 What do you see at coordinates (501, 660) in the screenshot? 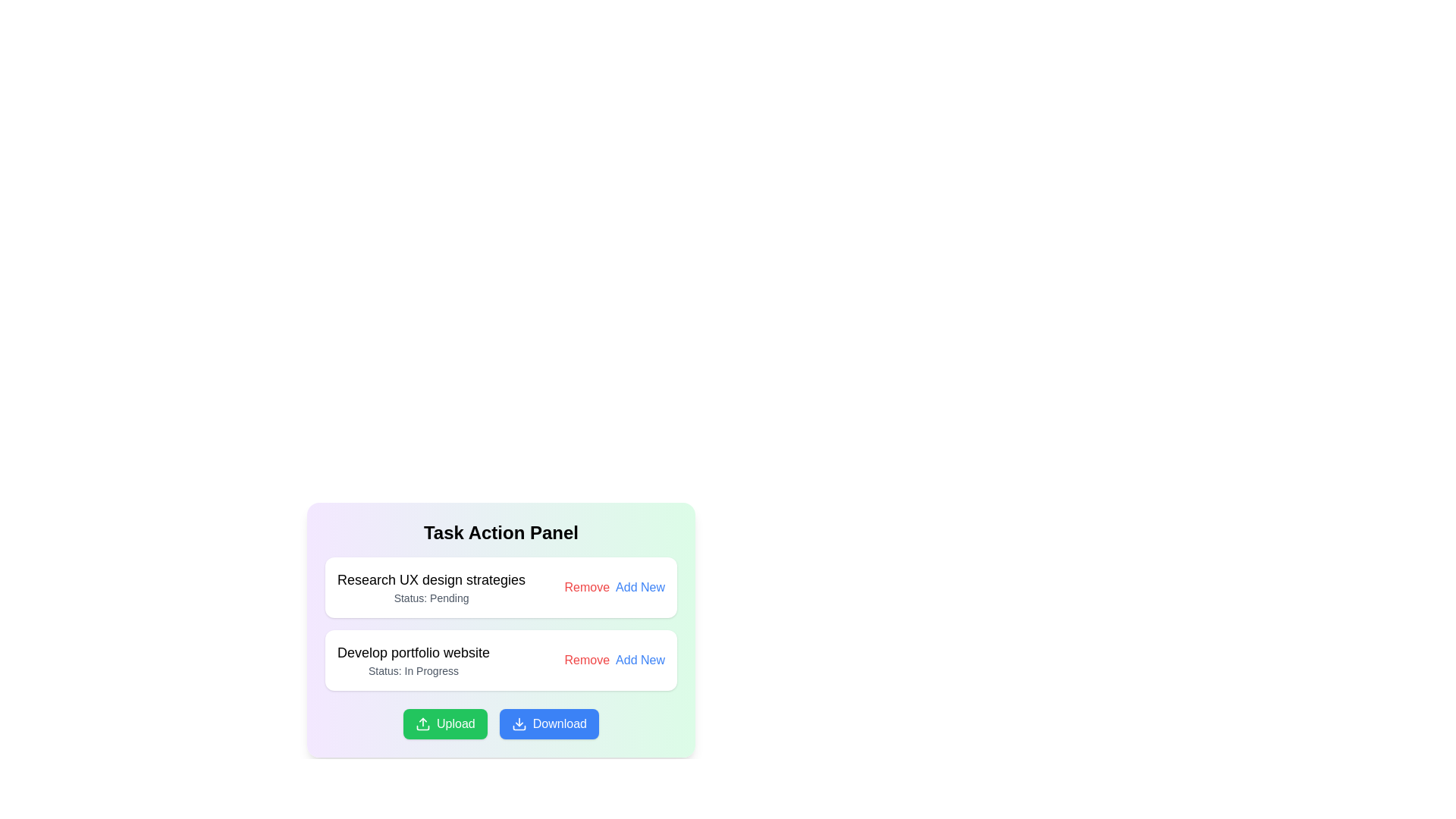
I see `the rectangular section titled 'Develop portfolio website'` at bounding box center [501, 660].